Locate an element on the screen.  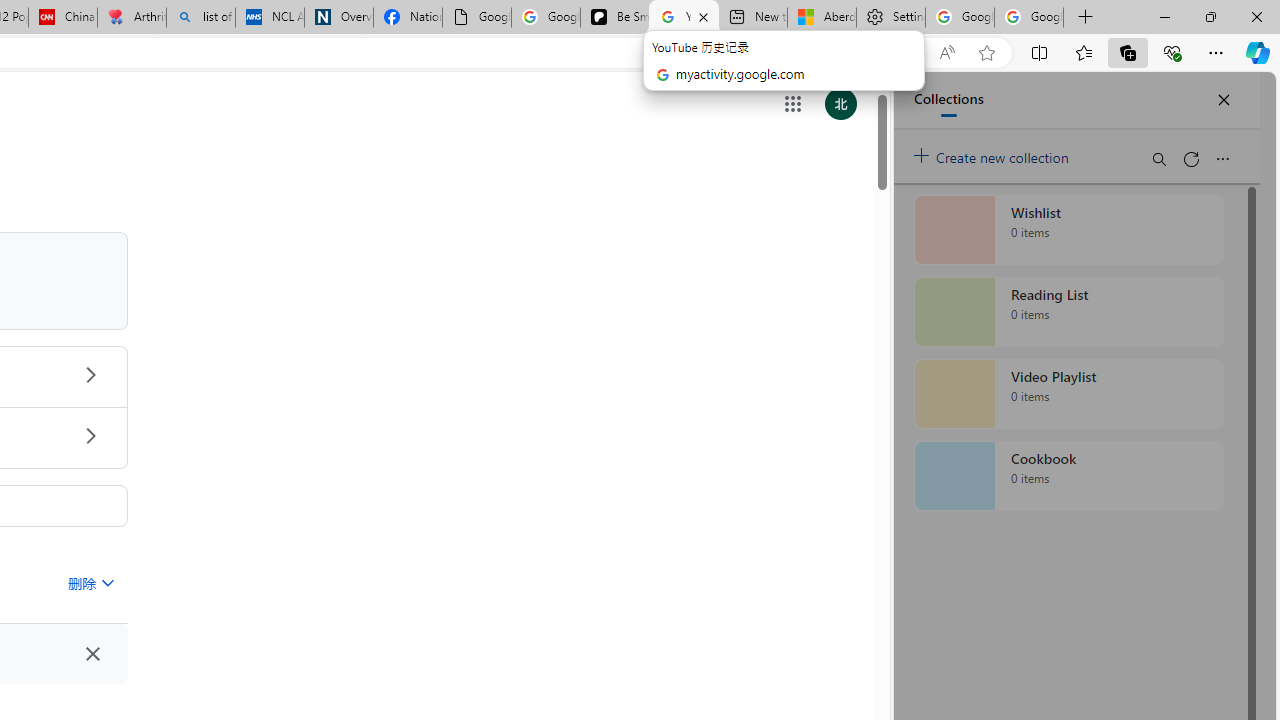
'Aberdeen, Hong Kong SAR hourly forecast | Microsoft Weather' is located at coordinates (822, 17).